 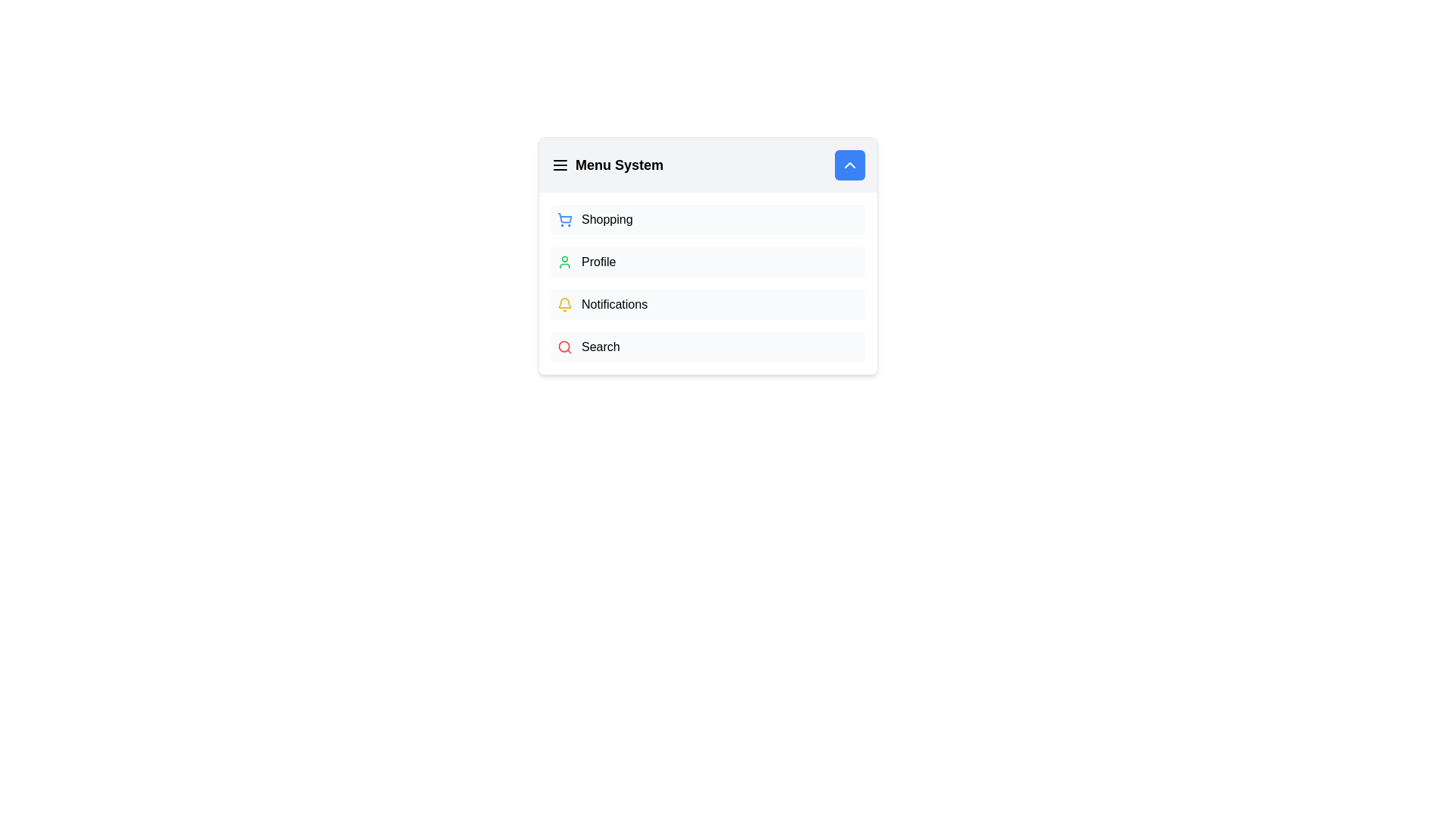 What do you see at coordinates (563, 304) in the screenshot?
I see `the yellow bell icon representing notifications, which is located to the left of the text 'Notifications' in the dropdown menu under 'Menu System.'` at bounding box center [563, 304].